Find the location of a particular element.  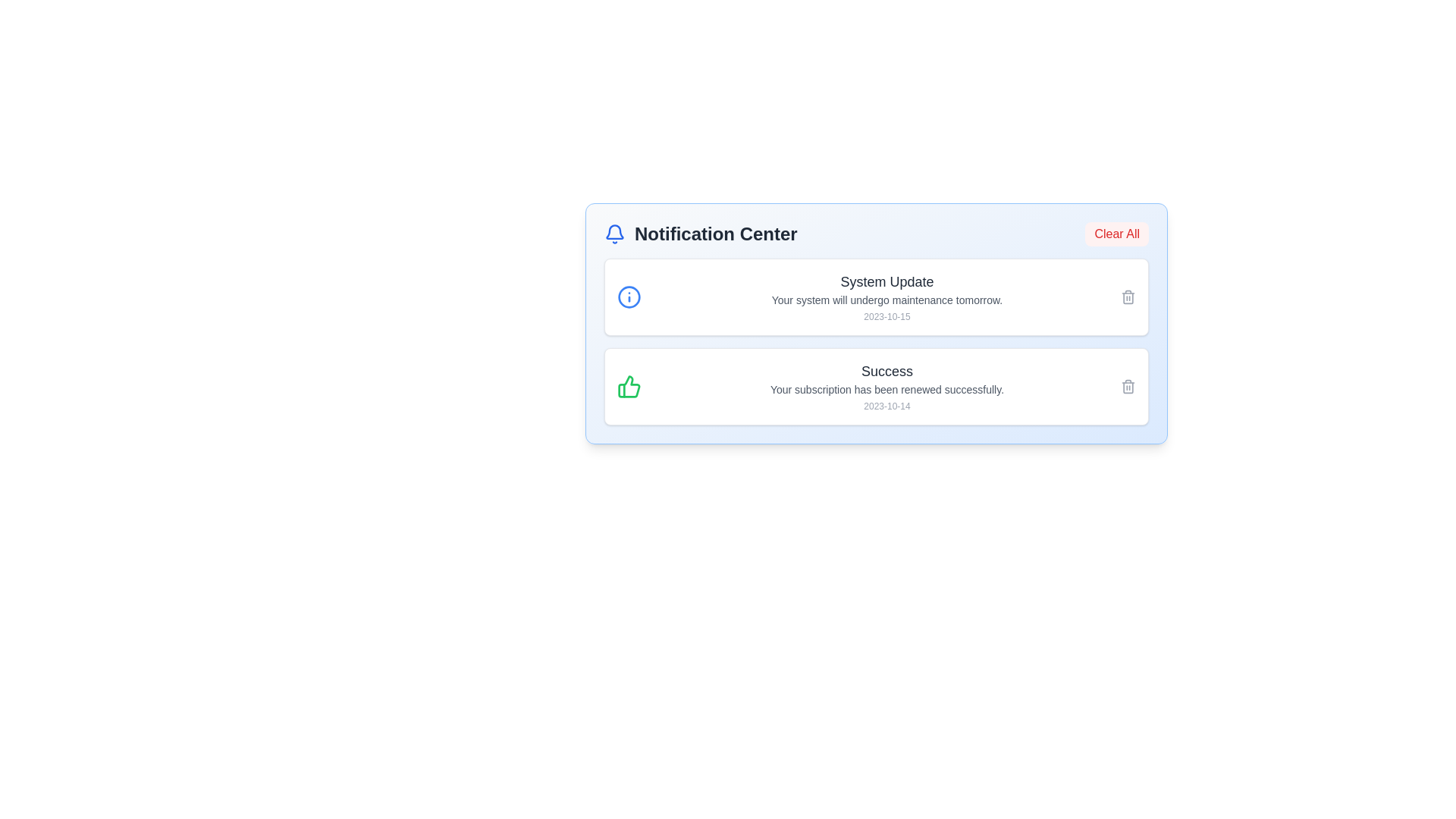

the notification bell icon located in the header of the notification panel to interact with it is located at coordinates (615, 234).